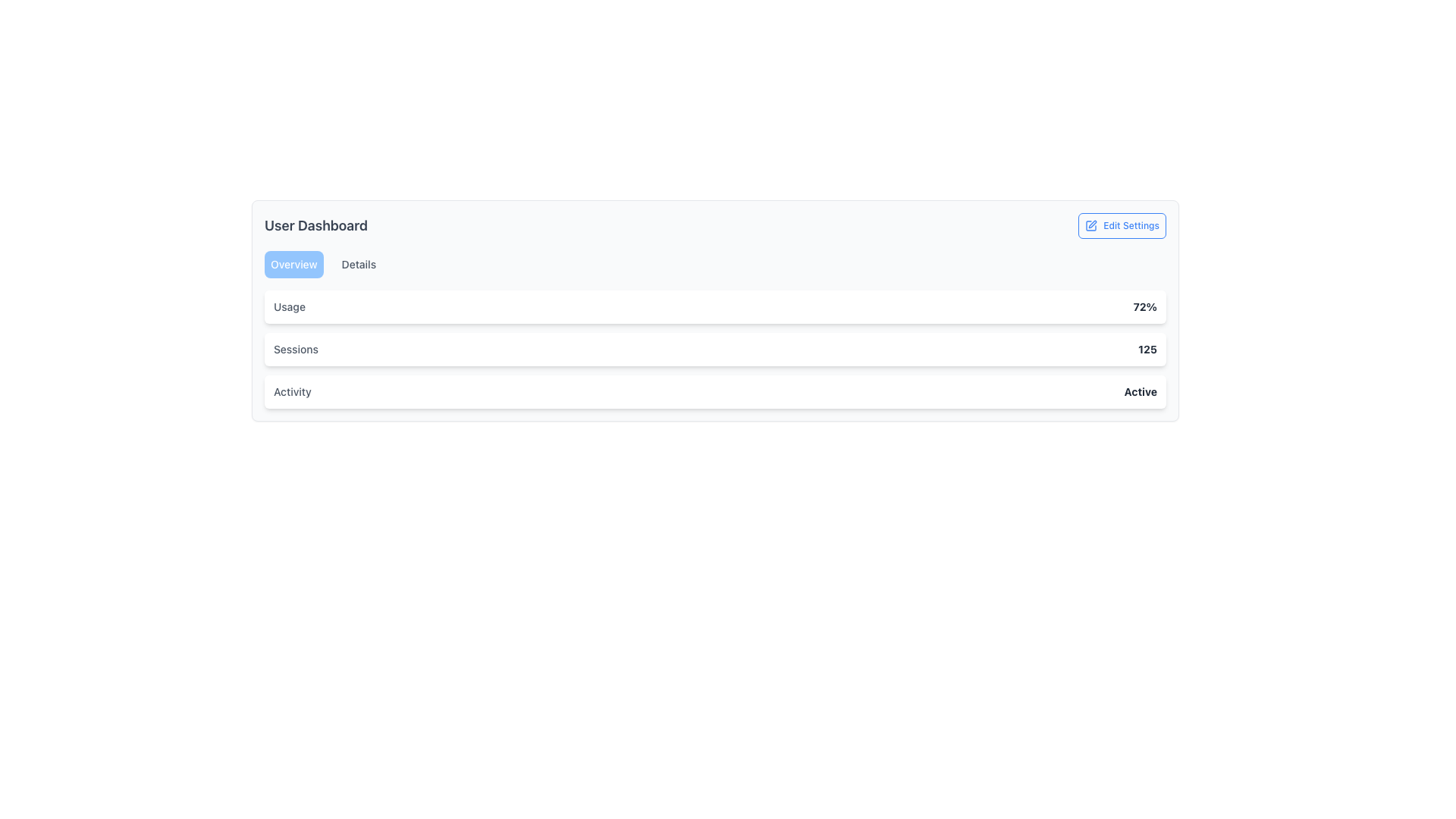  I want to click on the 'Overview' navigation button located at the top-left of the content section, so click(293, 263).